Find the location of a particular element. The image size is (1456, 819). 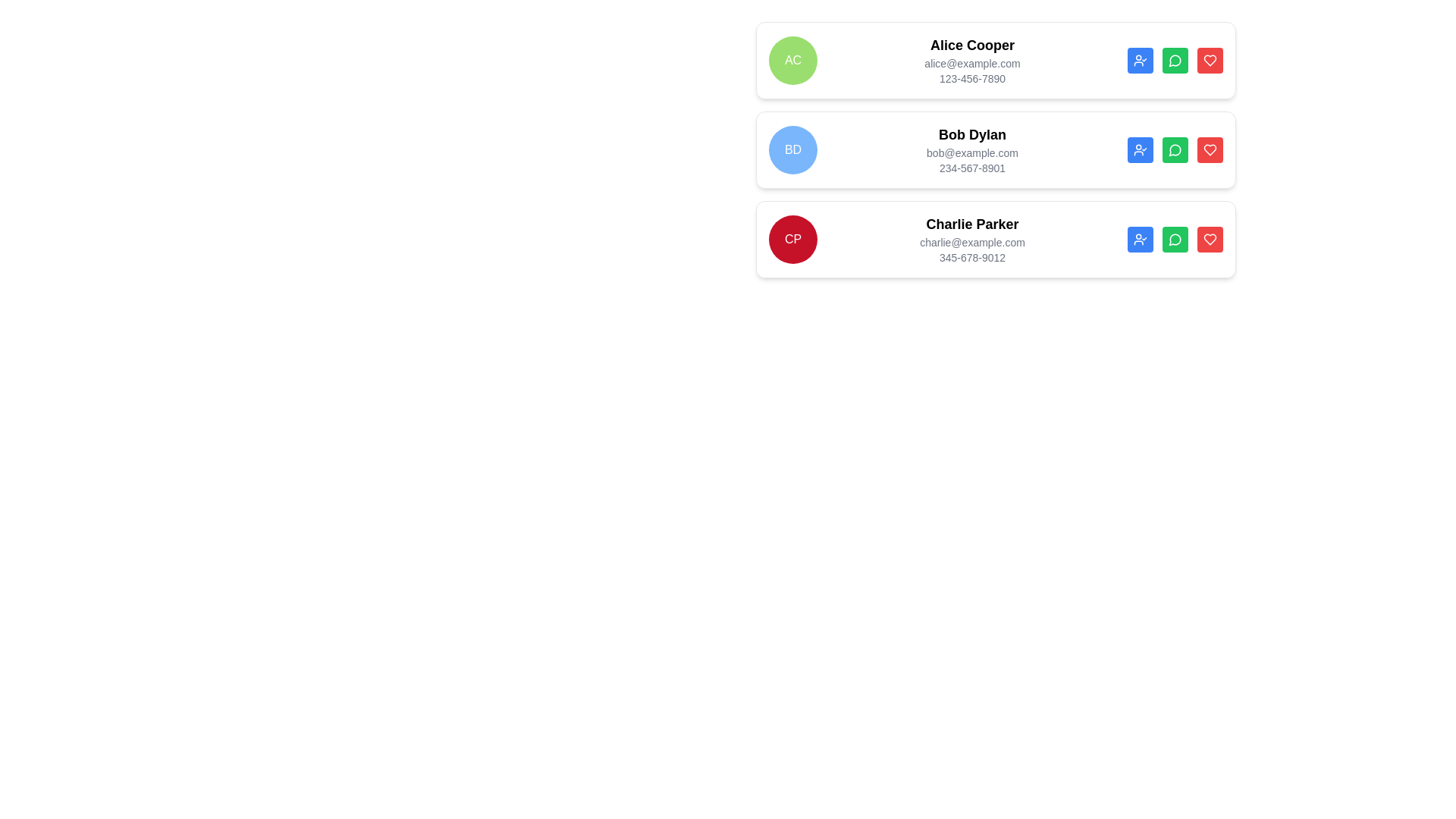

the SVG icon within the green circular button located on the right portion of the card for 'Alice Cooper' is located at coordinates (1175, 60).